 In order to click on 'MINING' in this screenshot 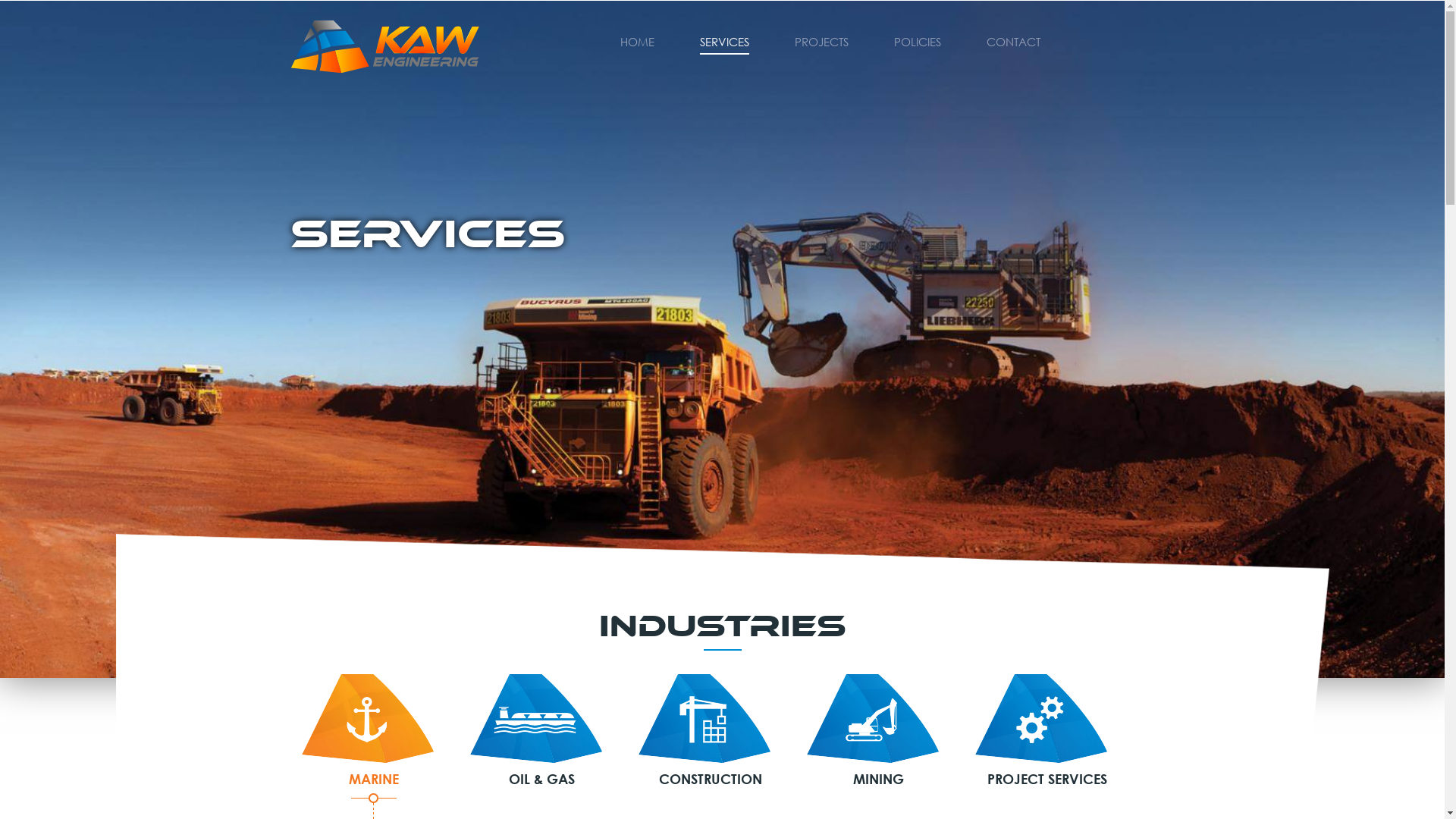, I will do `click(878, 730)`.